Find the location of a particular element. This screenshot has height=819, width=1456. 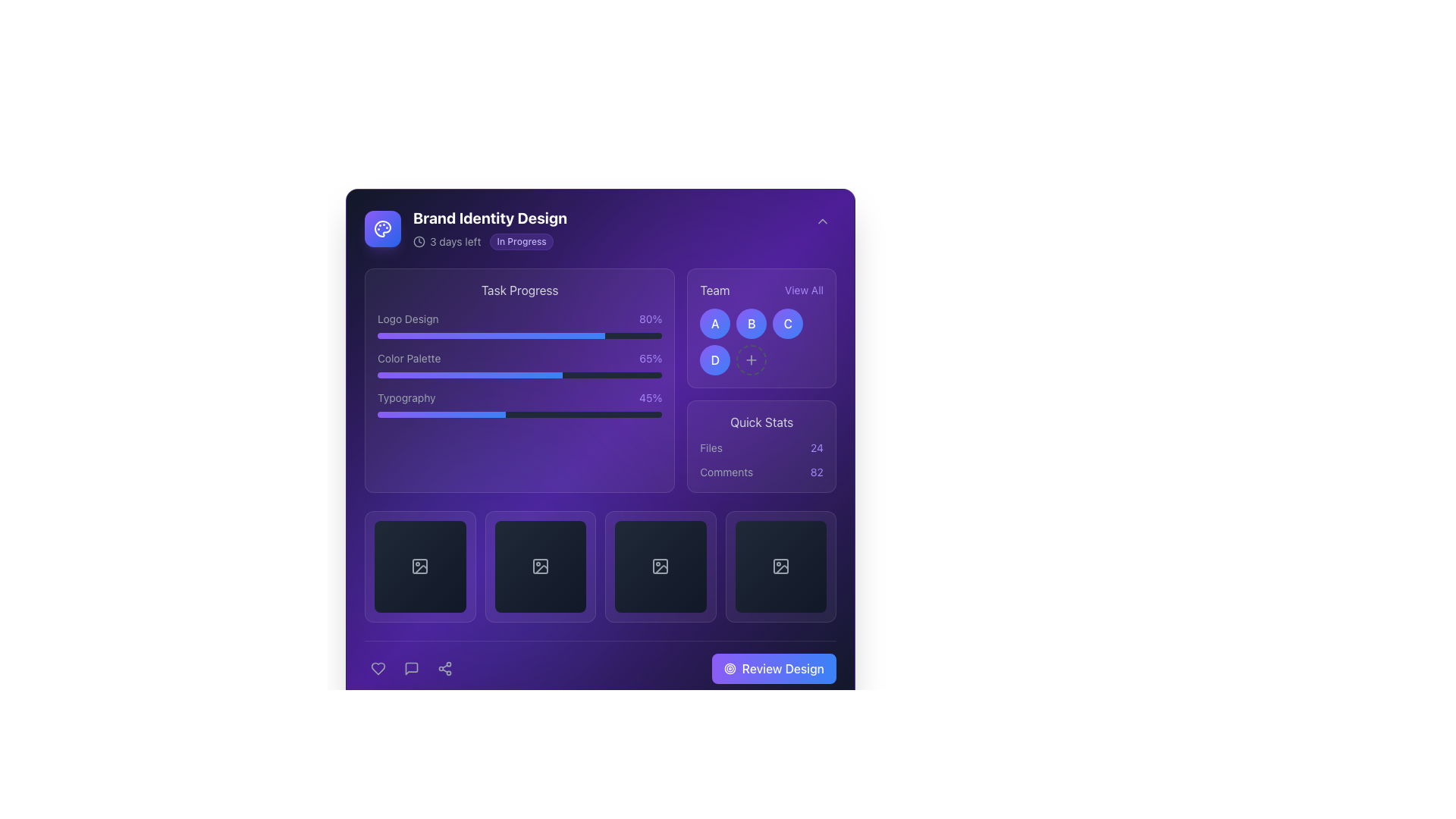

the first interactive image placeholder button located in the grid layout near the bottom of the interface is located at coordinates (420, 566).